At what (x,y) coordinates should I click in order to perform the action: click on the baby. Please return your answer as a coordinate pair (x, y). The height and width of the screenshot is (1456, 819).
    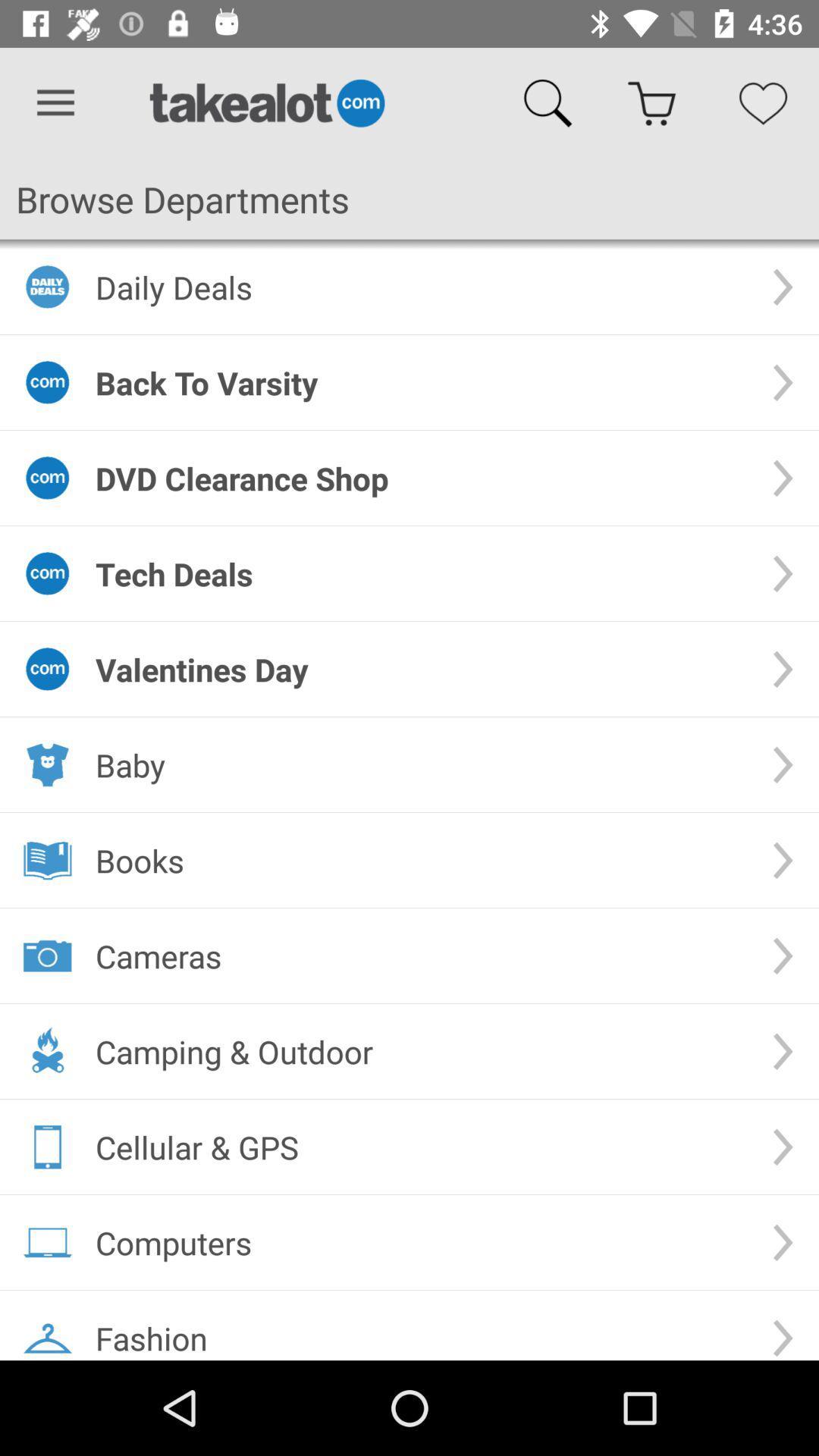
    Looking at the image, I should click on (421, 764).